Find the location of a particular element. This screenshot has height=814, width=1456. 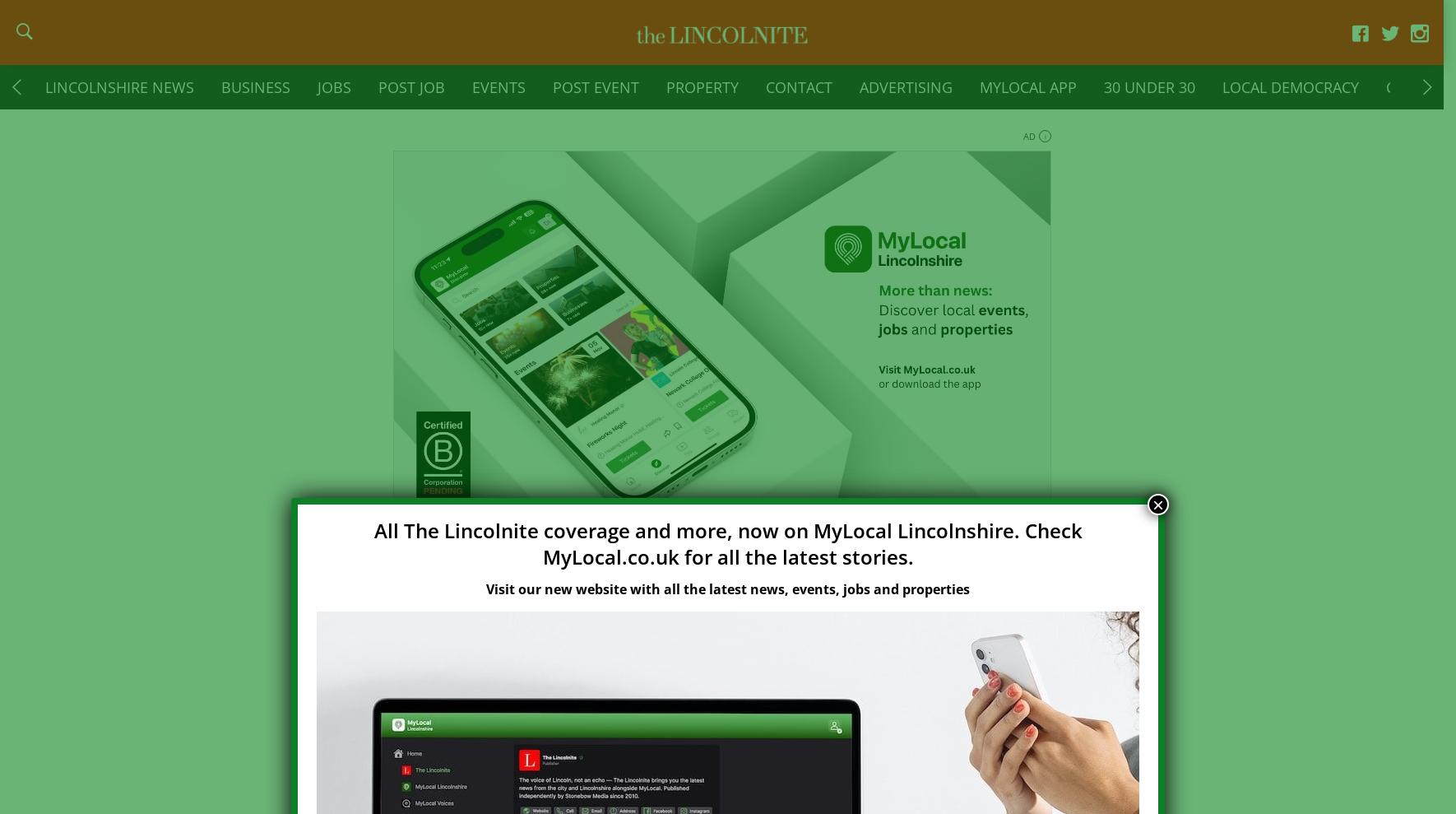

'30 Under 30' is located at coordinates (1149, 95).